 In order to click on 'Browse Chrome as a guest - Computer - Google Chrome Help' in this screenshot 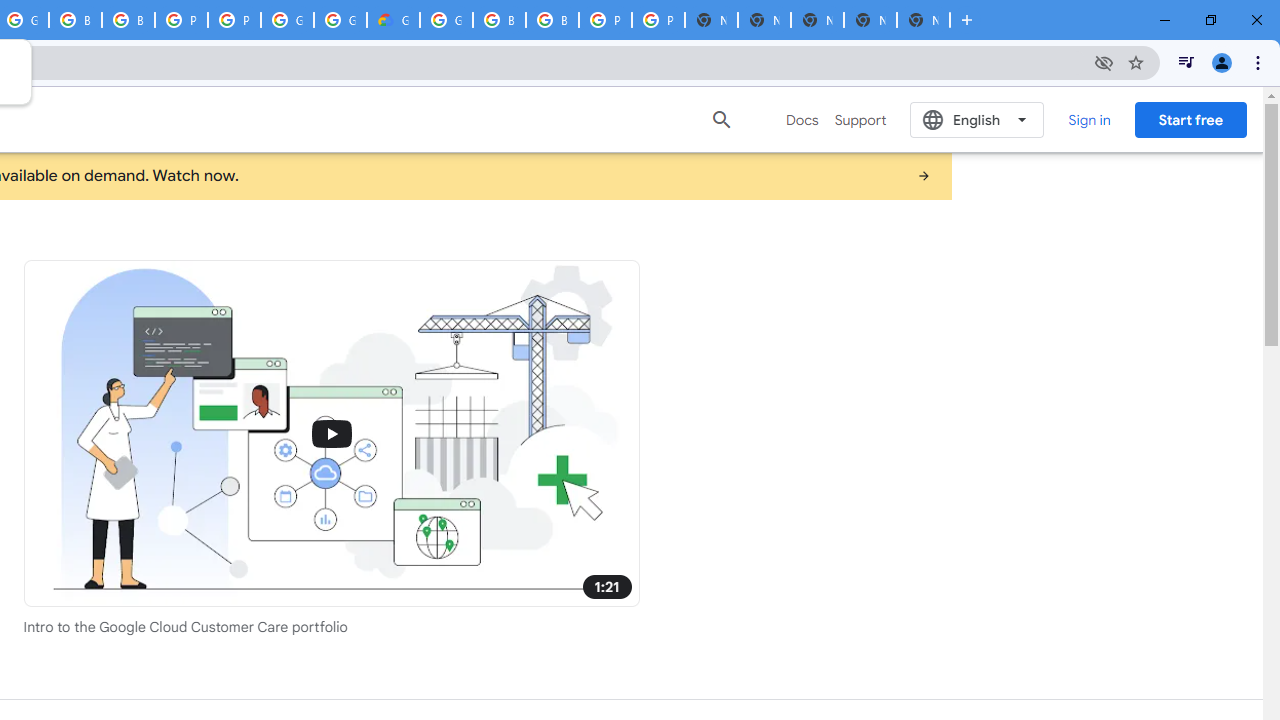, I will do `click(75, 20)`.